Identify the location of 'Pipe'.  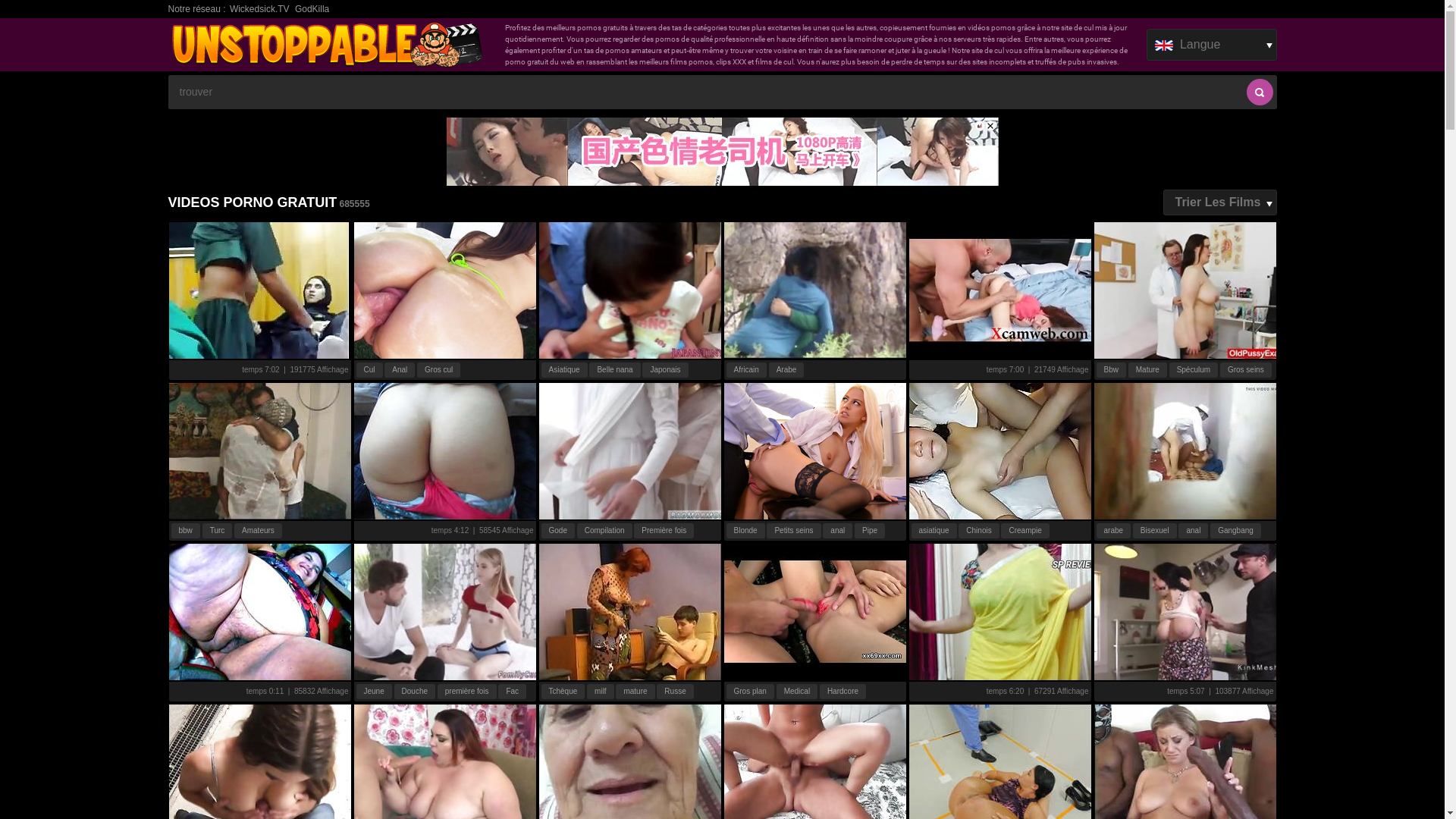
(870, 529).